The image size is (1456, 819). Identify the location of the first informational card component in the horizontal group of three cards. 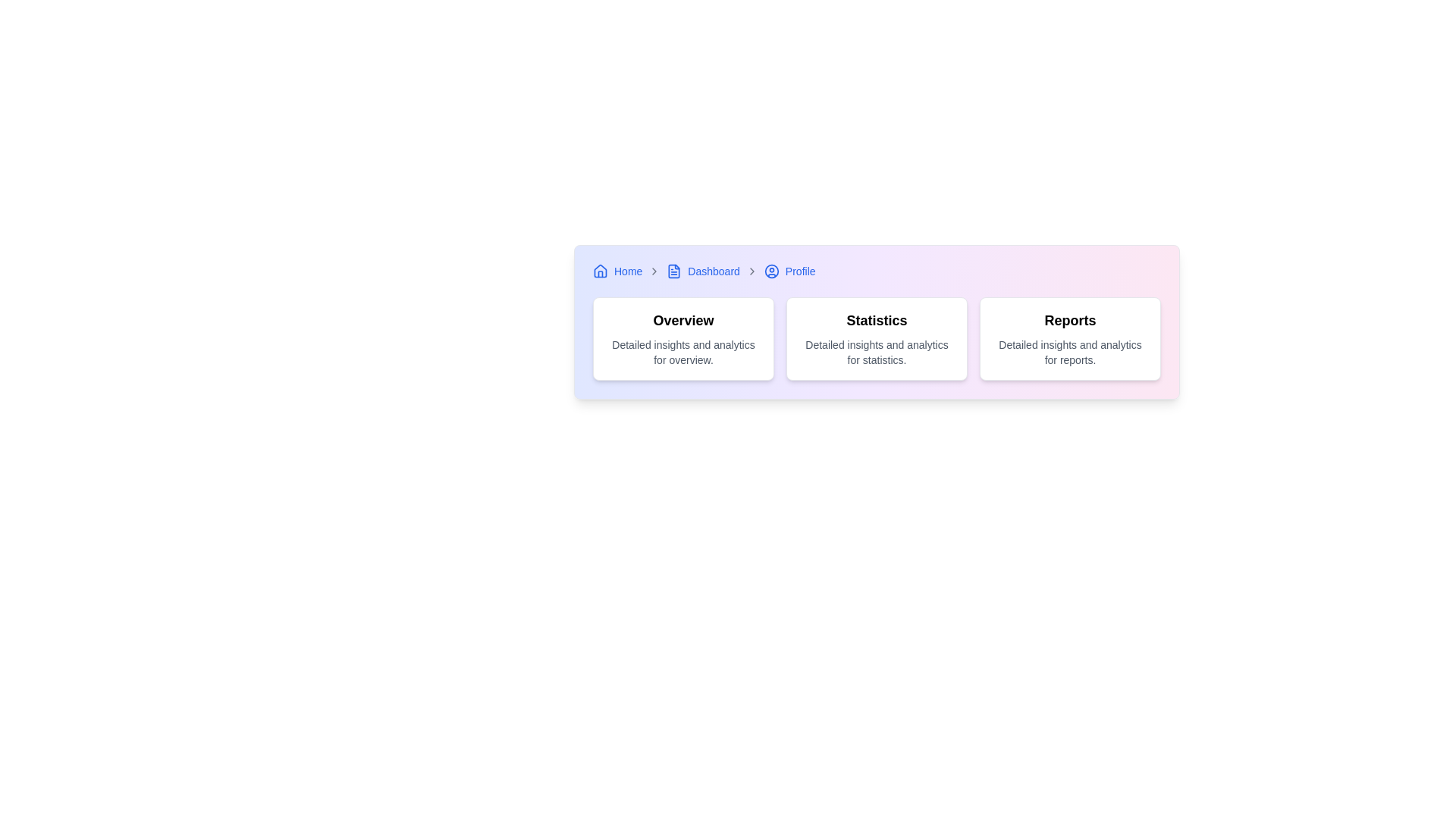
(682, 338).